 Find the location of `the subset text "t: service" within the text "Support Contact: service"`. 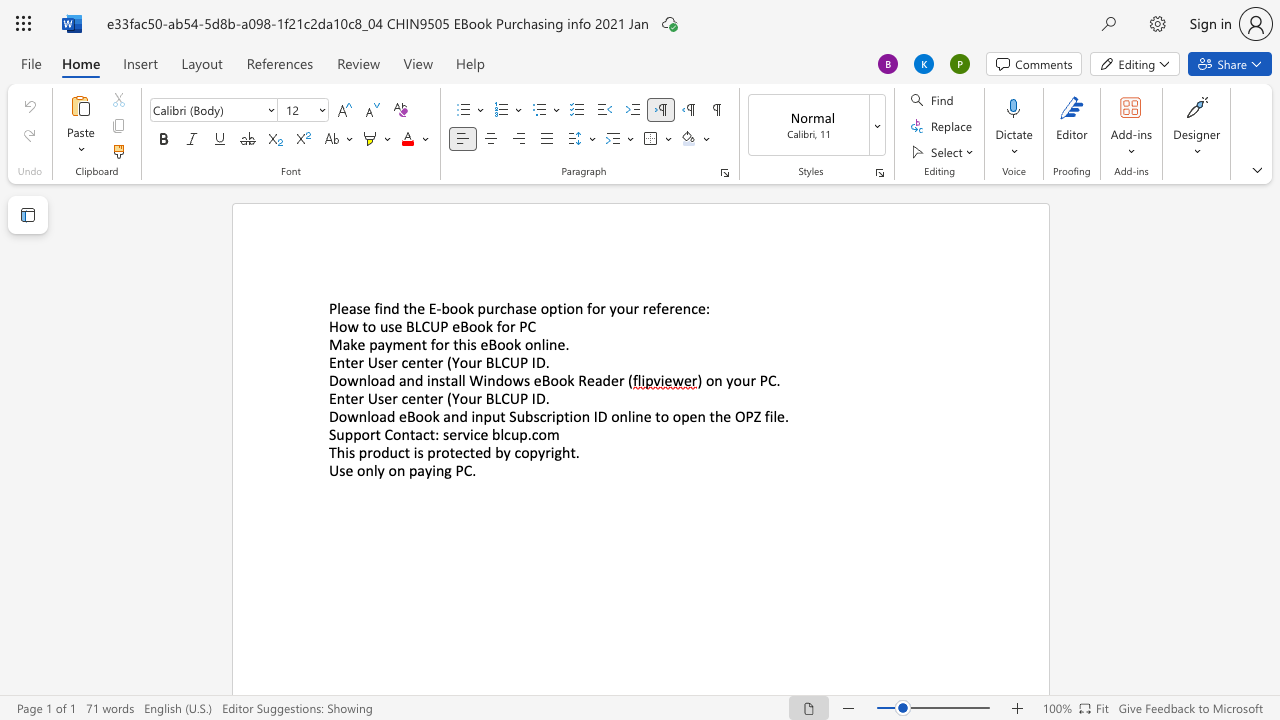

the subset text "t: service" within the text "Support Contact: service" is located at coordinates (428, 433).